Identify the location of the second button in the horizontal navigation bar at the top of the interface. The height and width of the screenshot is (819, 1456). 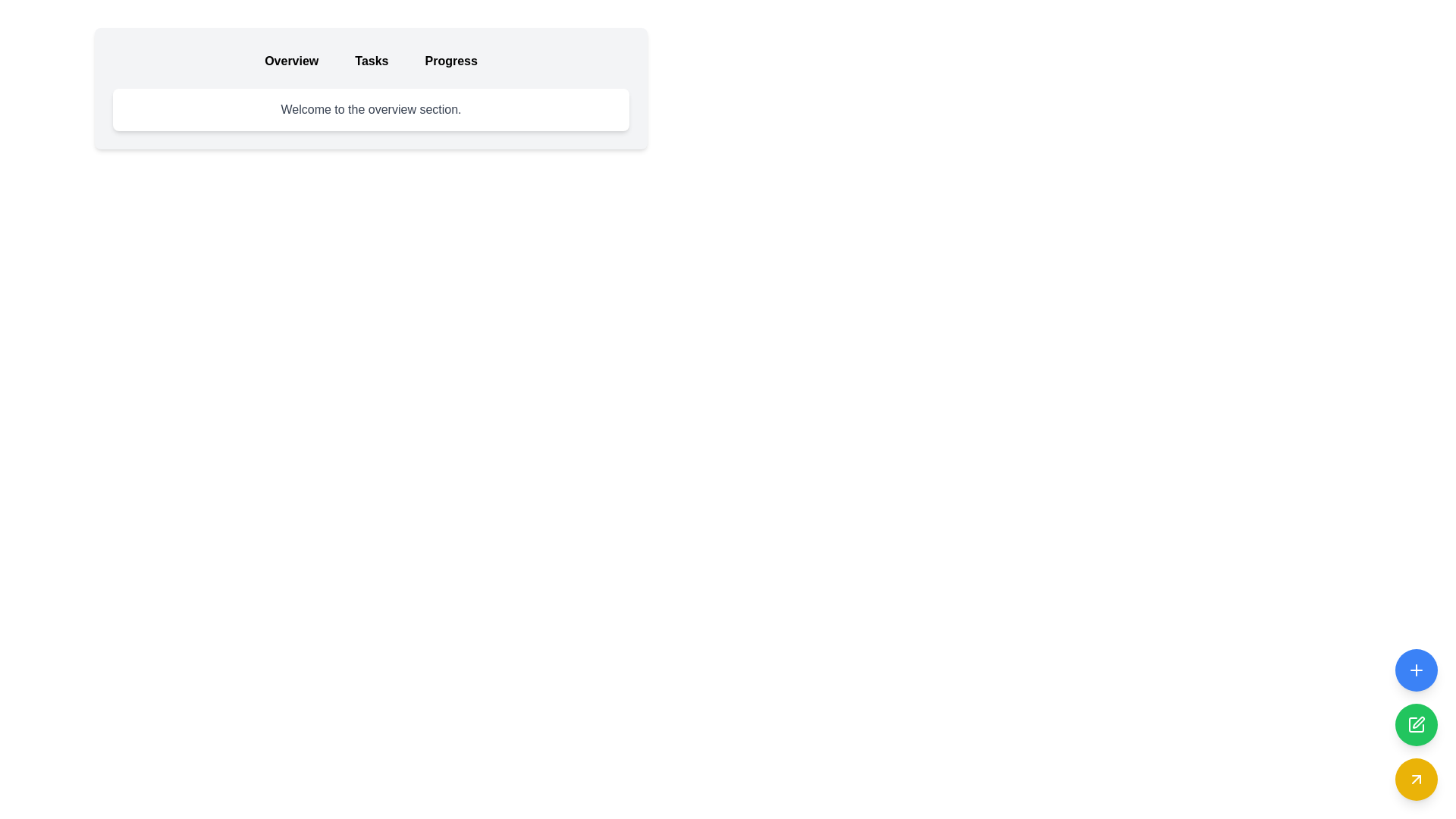
(372, 61).